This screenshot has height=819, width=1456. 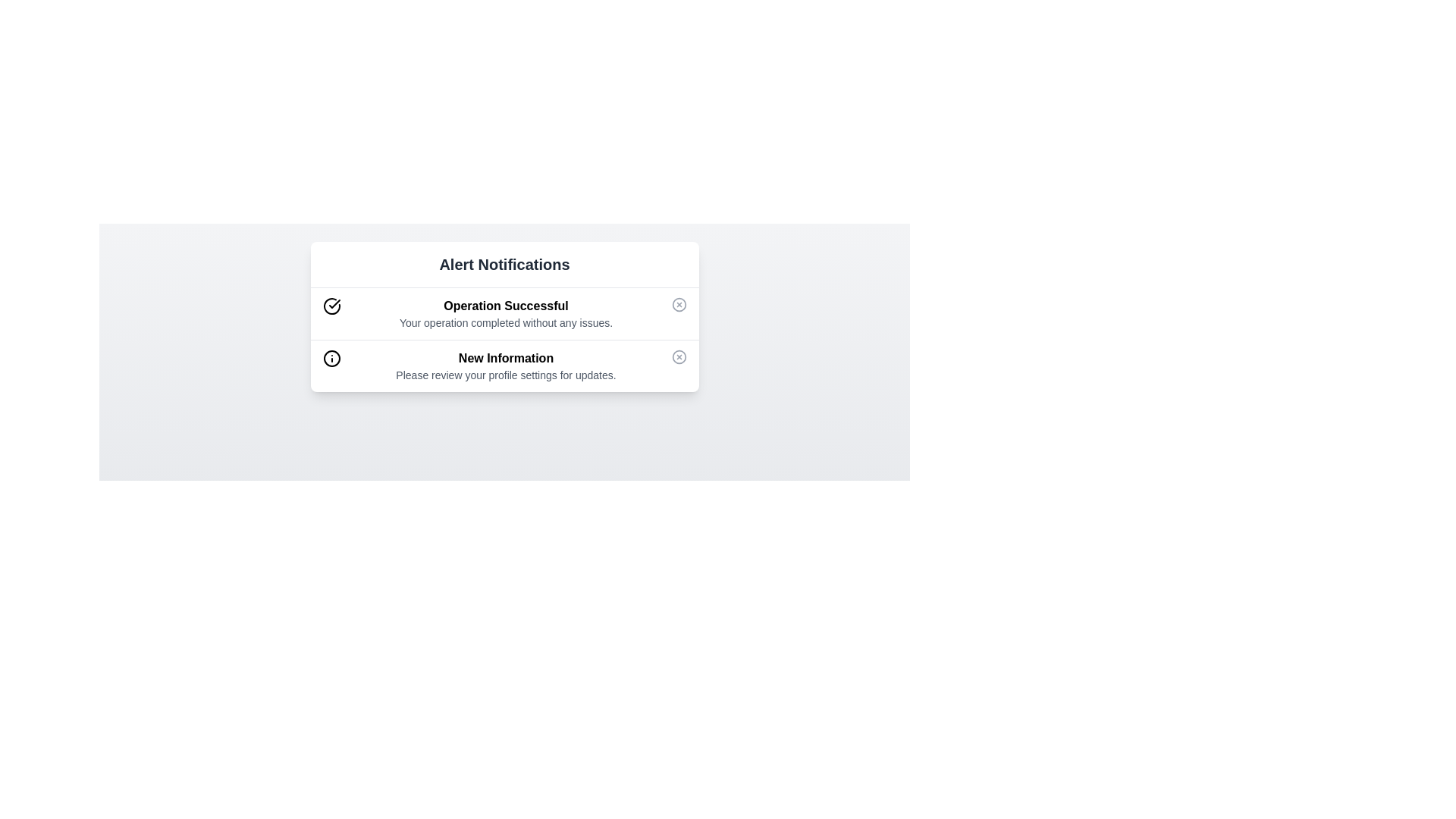 What do you see at coordinates (331, 306) in the screenshot?
I see `the visual confirmation icon located at the top-left corner of the notification card that announces 'Operation Successful'` at bounding box center [331, 306].